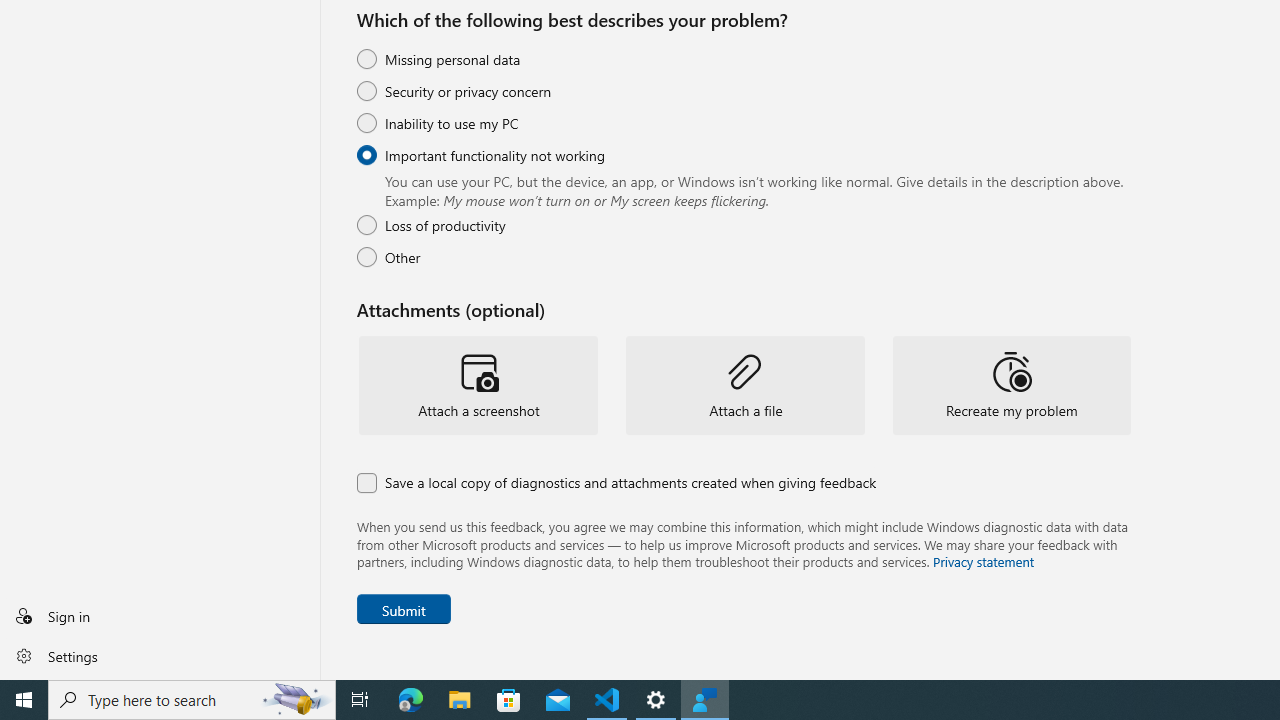  What do you see at coordinates (1011, 385) in the screenshot?
I see `'Recreate my problem'` at bounding box center [1011, 385].